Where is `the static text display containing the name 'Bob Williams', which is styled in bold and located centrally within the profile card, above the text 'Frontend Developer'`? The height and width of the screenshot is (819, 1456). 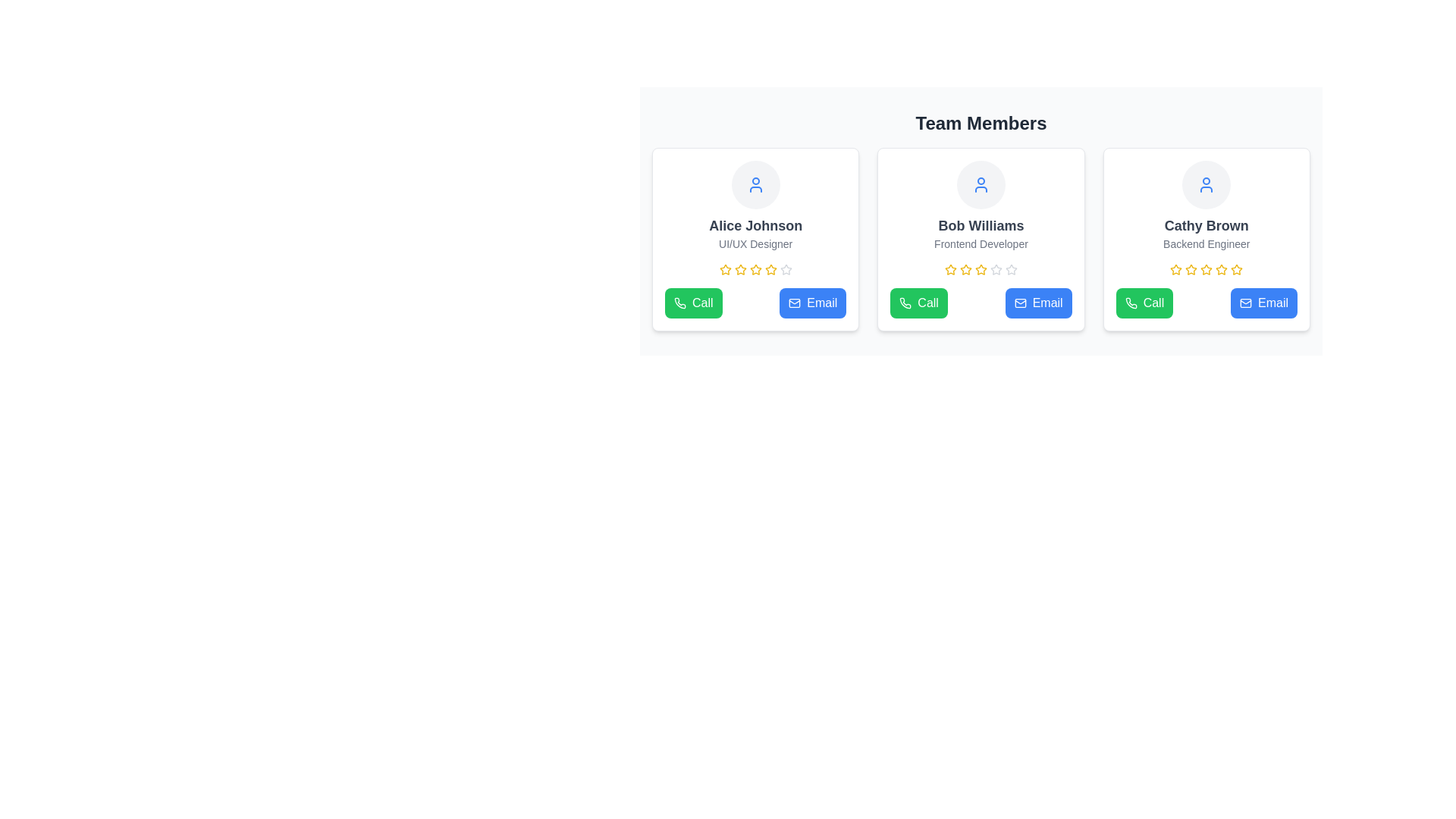
the static text display containing the name 'Bob Williams', which is styled in bold and located centrally within the profile card, above the text 'Frontend Developer' is located at coordinates (981, 225).